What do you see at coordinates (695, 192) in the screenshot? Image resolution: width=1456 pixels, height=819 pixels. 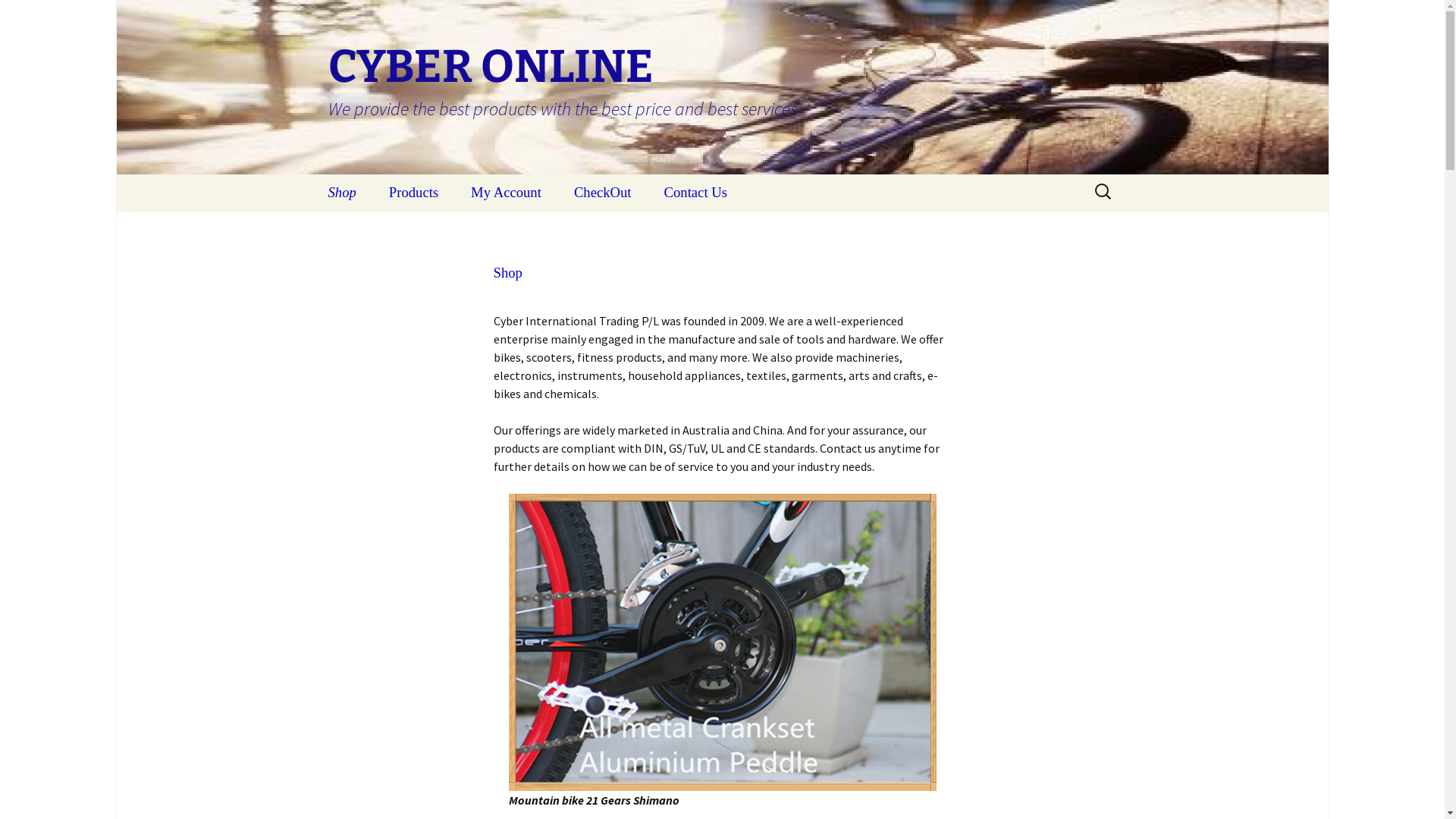 I see `'Contact Us'` at bounding box center [695, 192].